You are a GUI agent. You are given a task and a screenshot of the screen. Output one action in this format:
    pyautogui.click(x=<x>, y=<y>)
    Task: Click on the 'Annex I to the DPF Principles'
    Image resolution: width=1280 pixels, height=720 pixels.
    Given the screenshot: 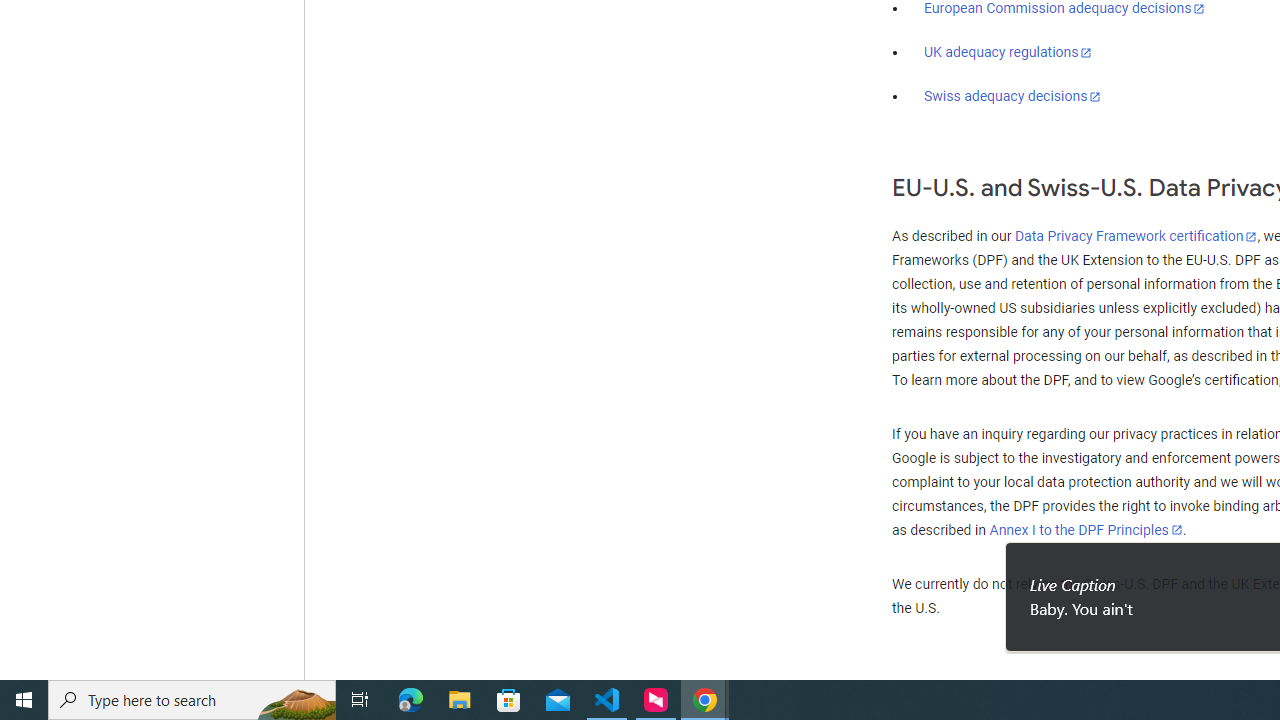 What is the action you would take?
    pyautogui.click(x=1085, y=529)
    